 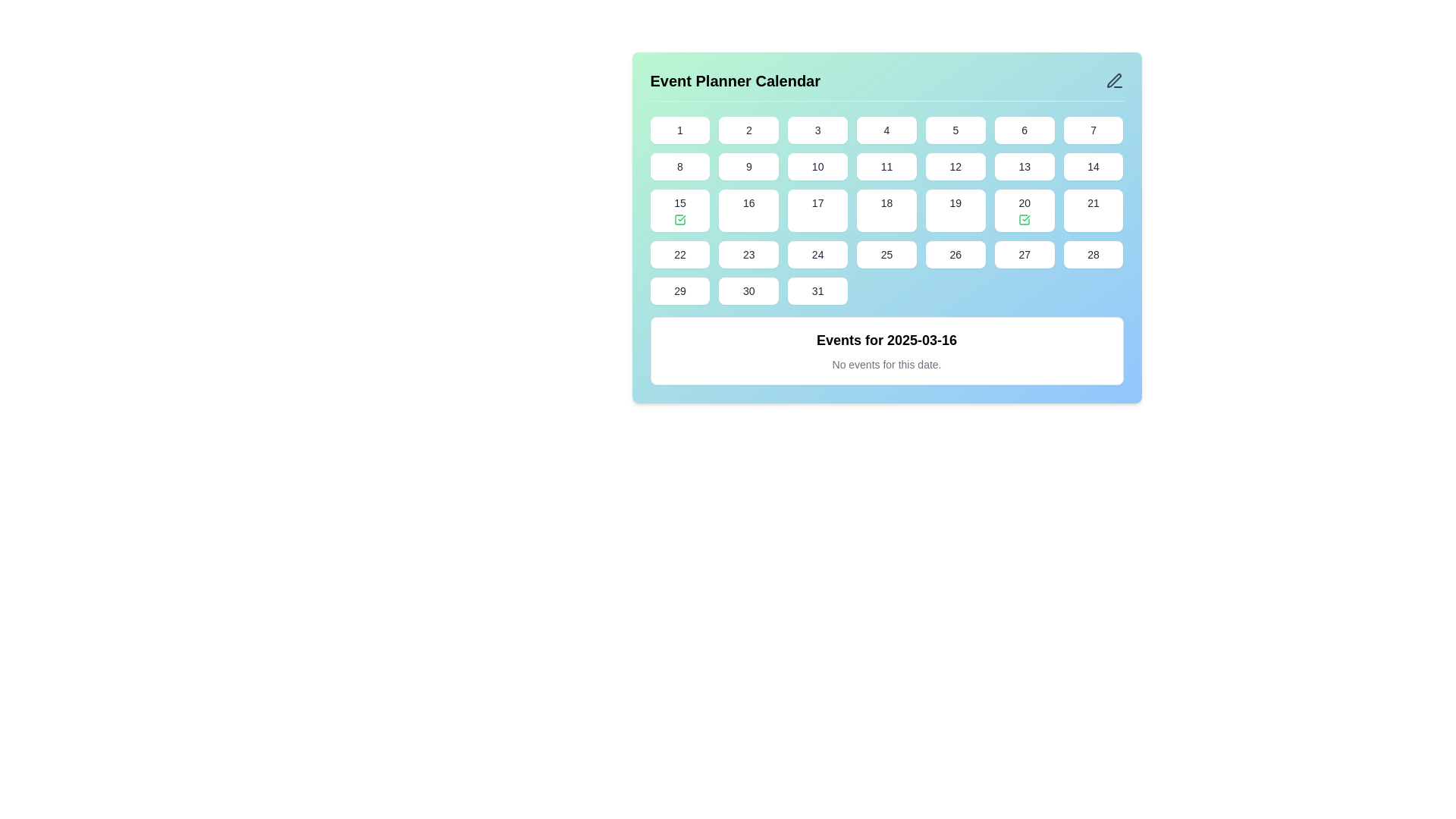 What do you see at coordinates (1094, 166) in the screenshot?
I see `the rectangular button displaying the number '14' with a white background and rounded corners` at bounding box center [1094, 166].